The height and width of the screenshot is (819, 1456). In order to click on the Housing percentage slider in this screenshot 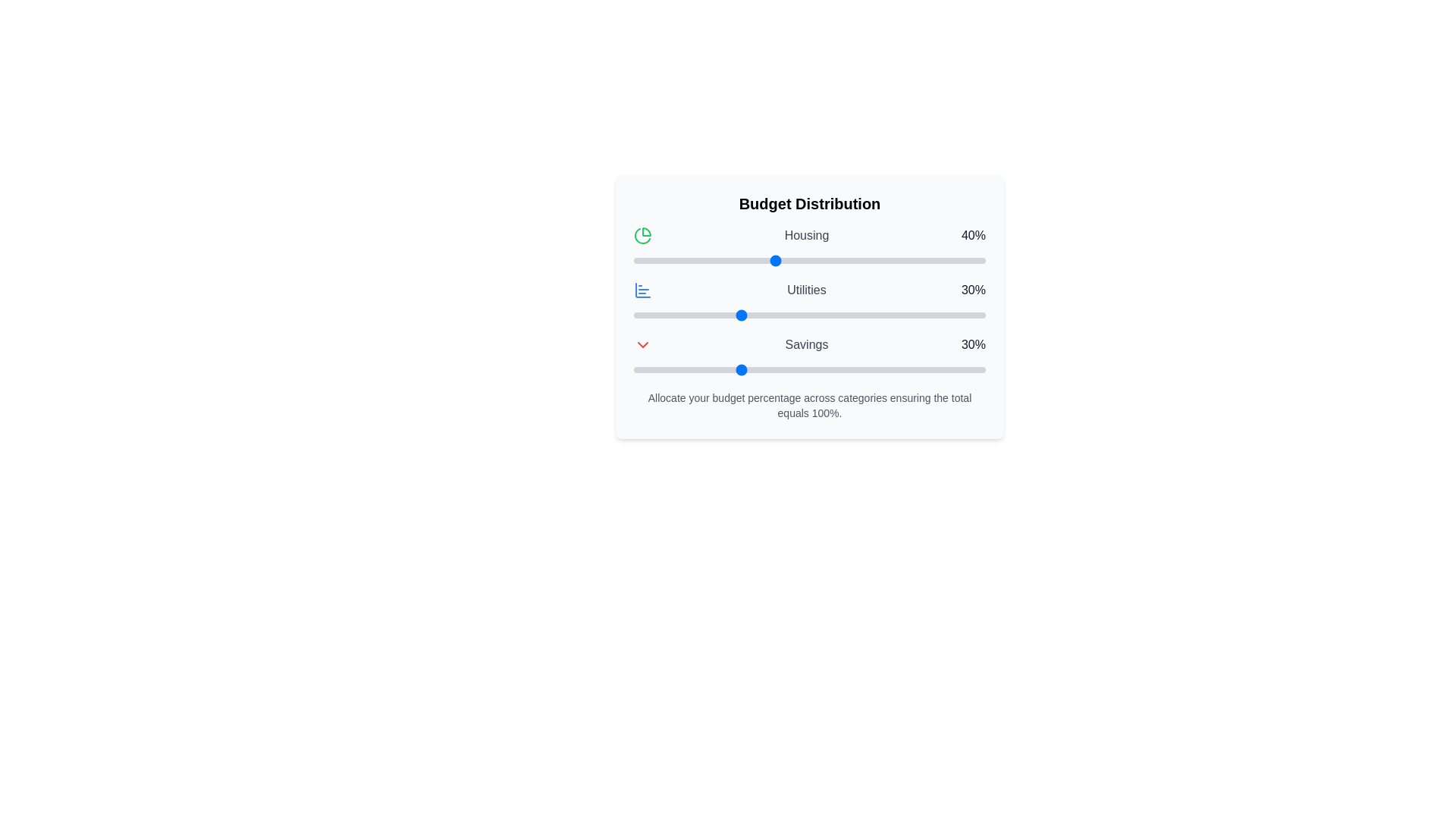, I will do `click(858, 259)`.